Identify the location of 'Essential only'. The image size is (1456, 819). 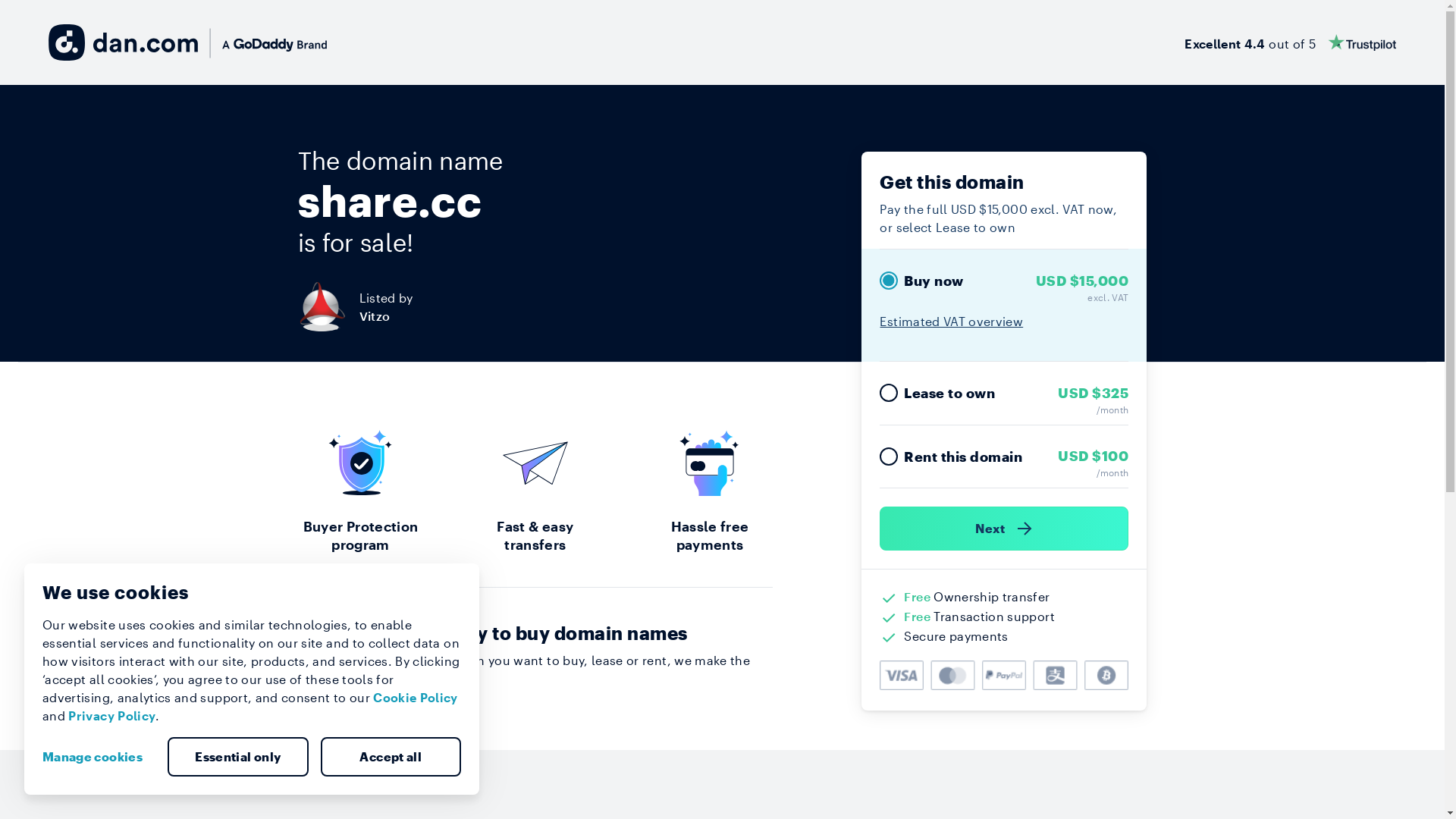
(167, 757).